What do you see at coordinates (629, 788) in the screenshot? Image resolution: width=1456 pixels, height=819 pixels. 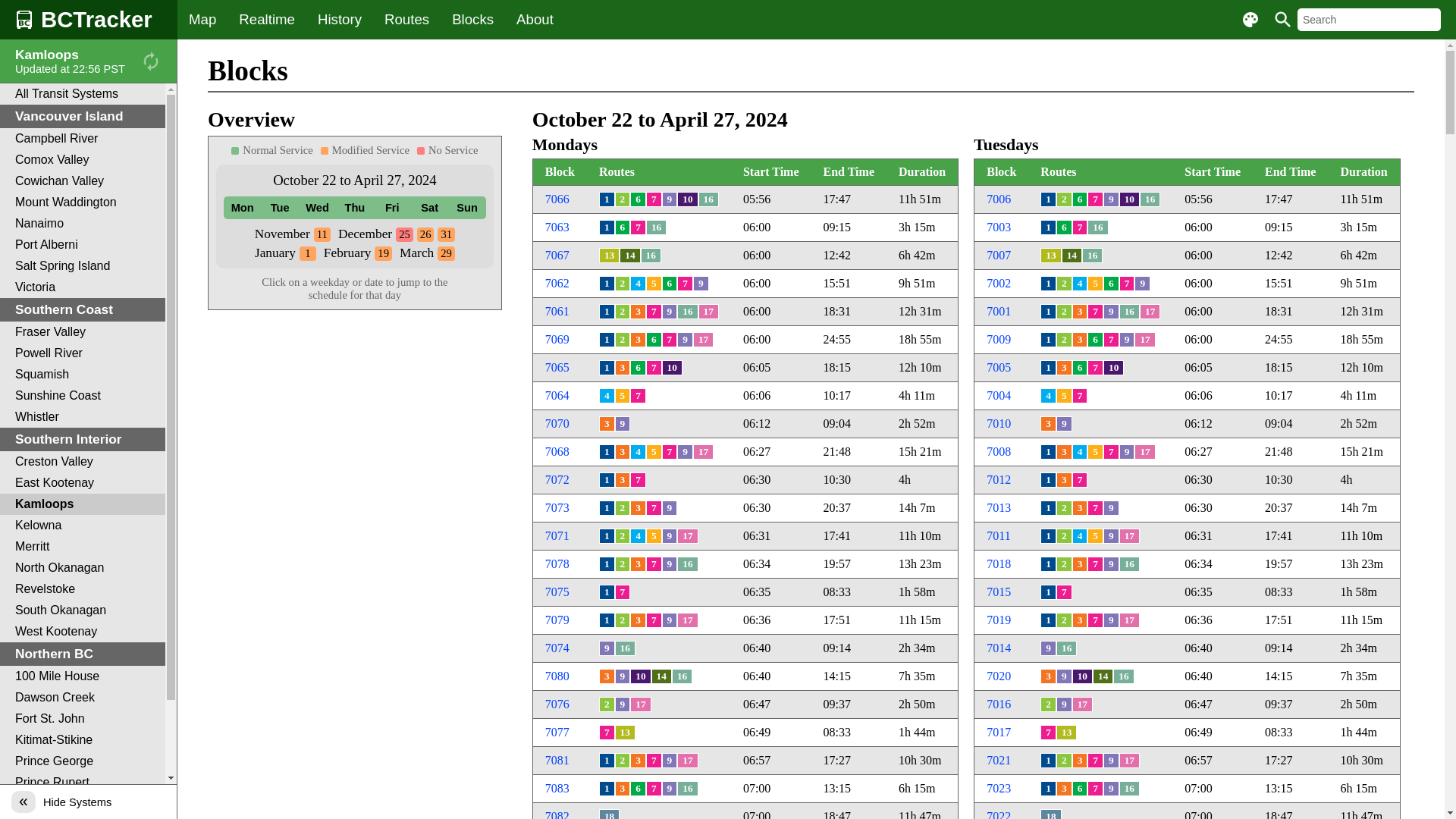 I see `'6'` at bounding box center [629, 788].